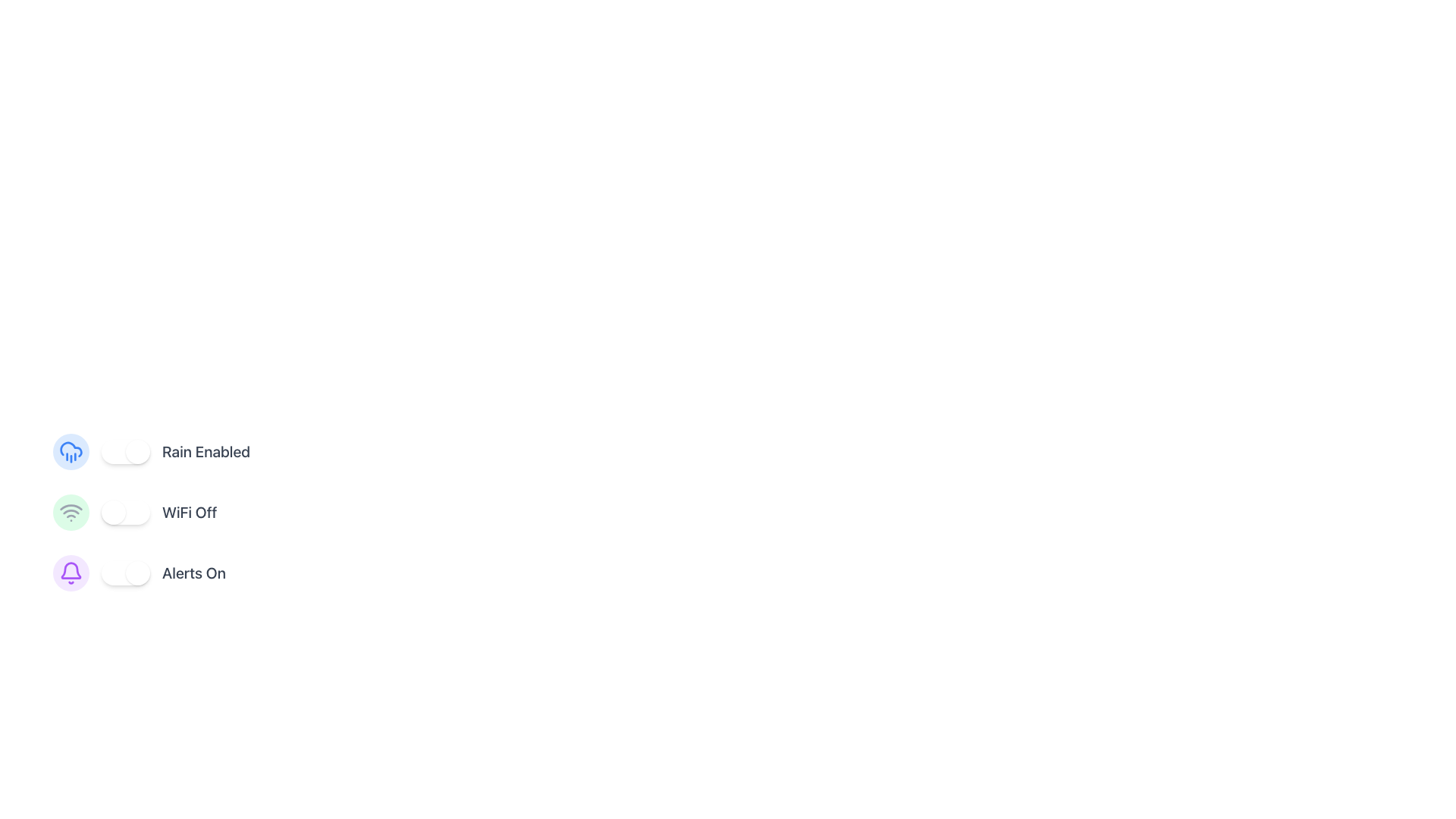 This screenshot has height=819, width=1456. I want to click on the circular icon with a light green background and gray Wi-Fi symbol, which is positioned next to the 'WiFi Off' label, so click(71, 512).